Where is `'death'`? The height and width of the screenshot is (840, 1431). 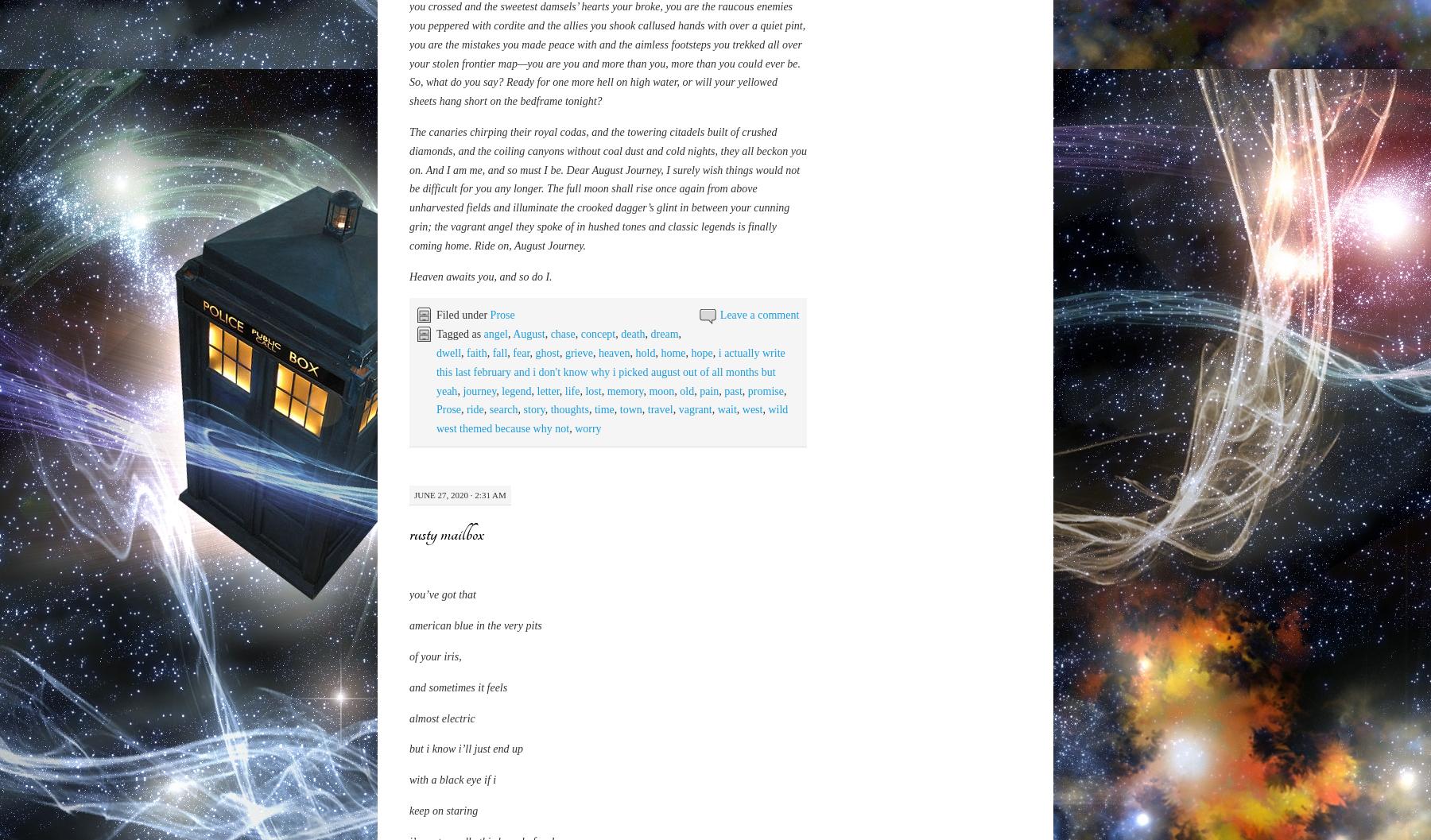 'death' is located at coordinates (632, 689).